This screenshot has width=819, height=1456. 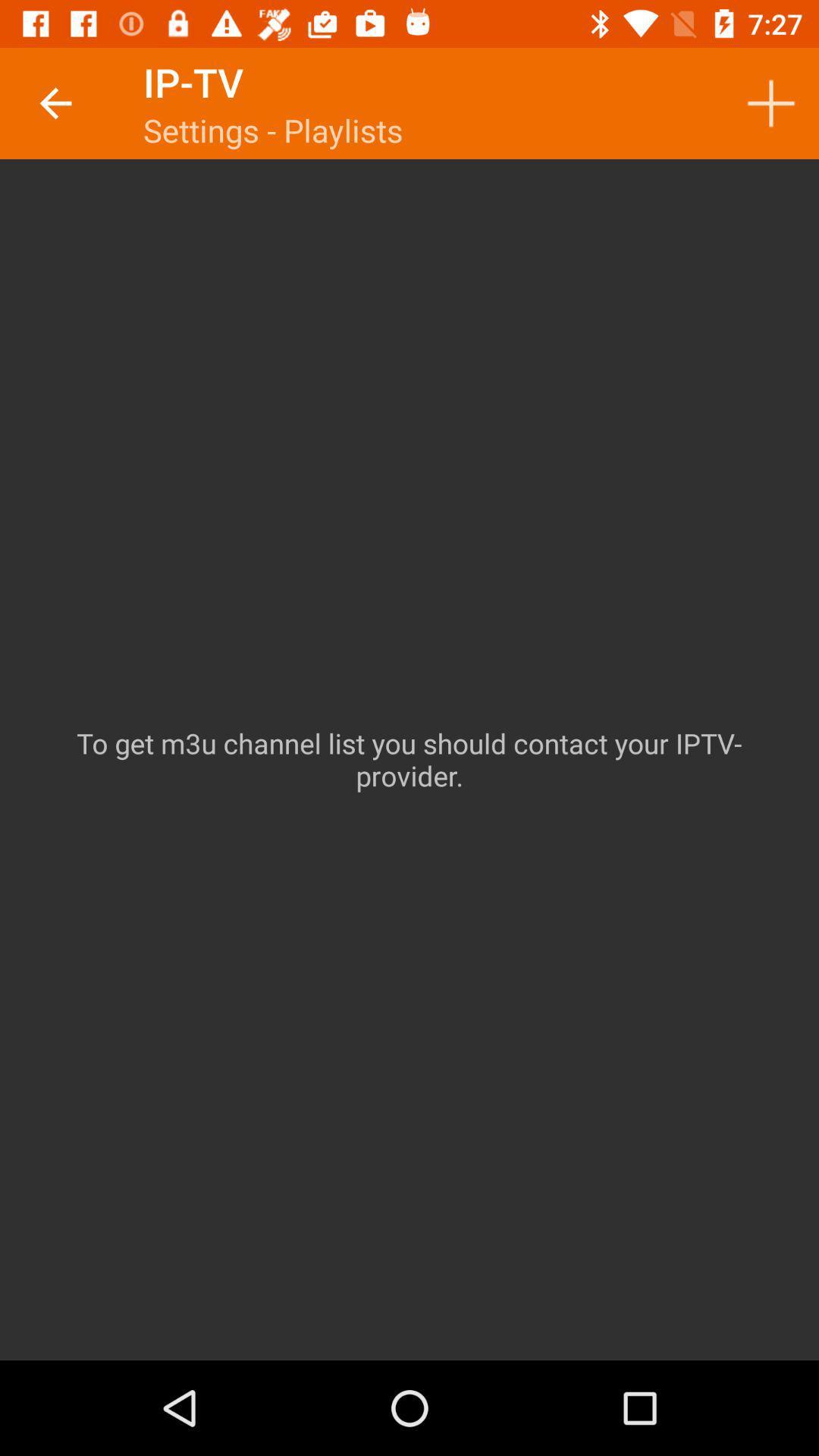 I want to click on icon to the right of the settings - playlists item, so click(x=771, y=102).